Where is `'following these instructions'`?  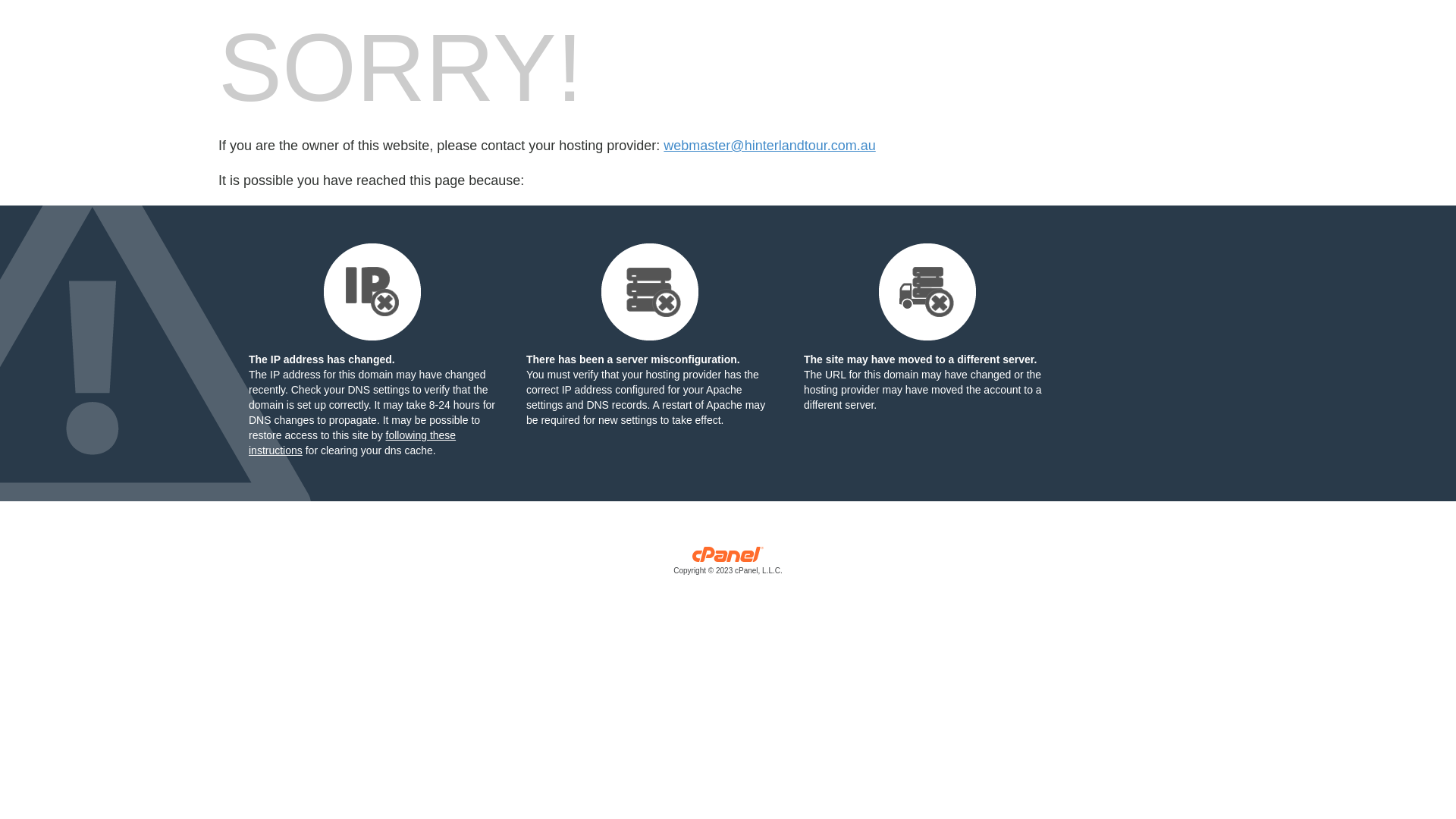 'following these instructions' is located at coordinates (248, 442).